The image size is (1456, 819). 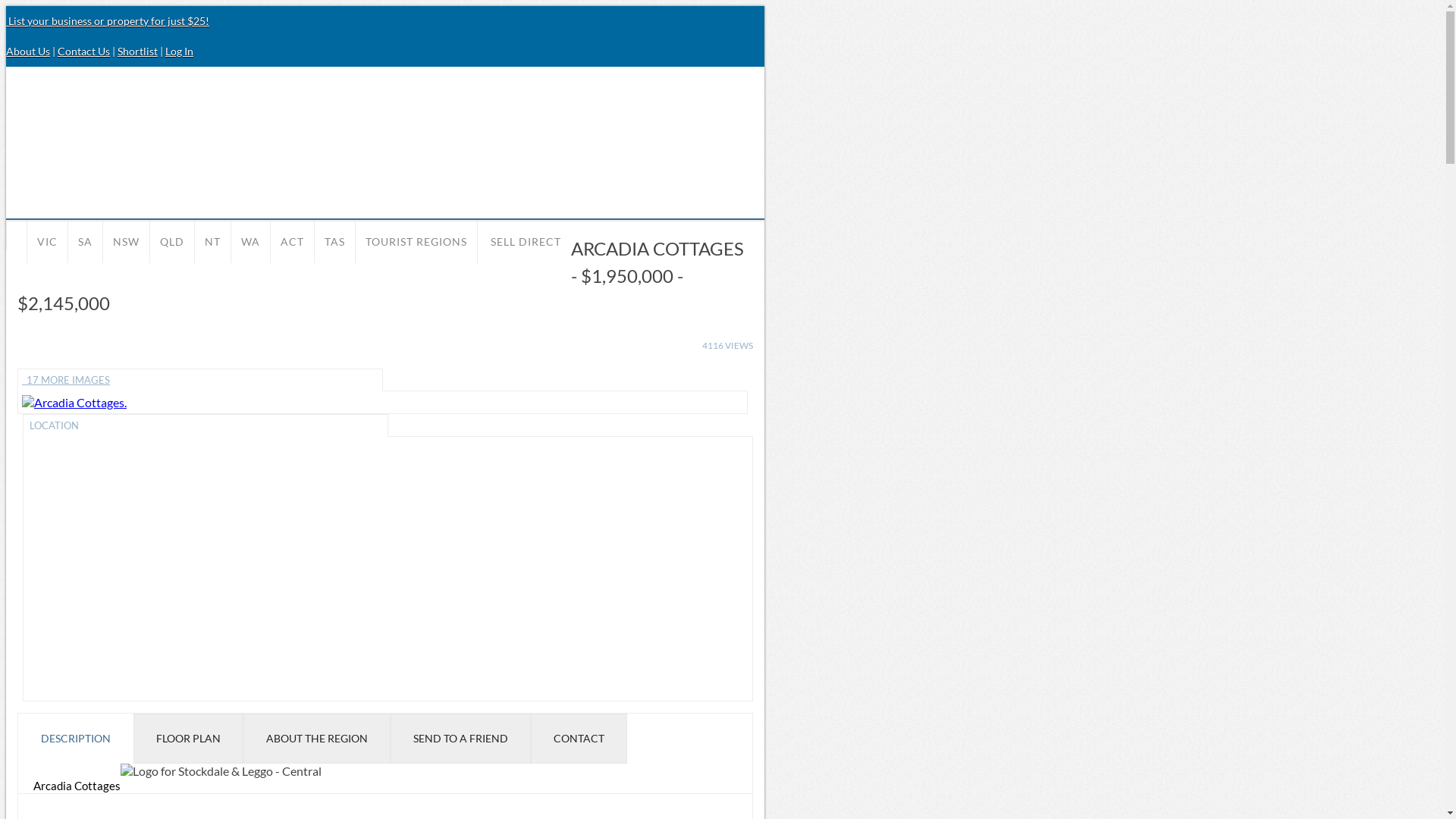 I want to click on ' SELL DIRECT', so click(x=524, y=240).